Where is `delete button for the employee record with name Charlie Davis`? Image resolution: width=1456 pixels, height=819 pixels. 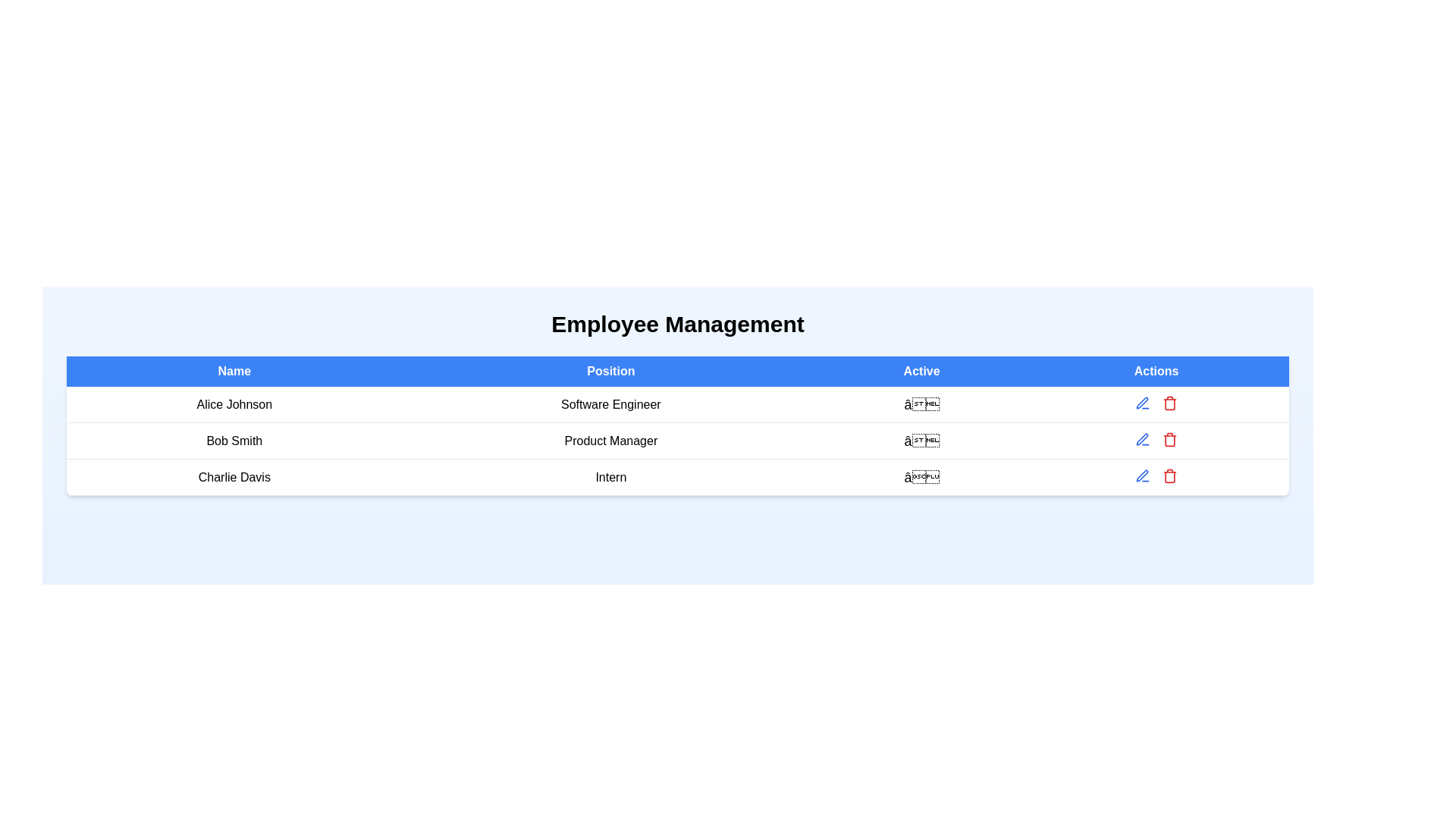
delete button for the employee record with name Charlie Davis is located at coordinates (1169, 475).